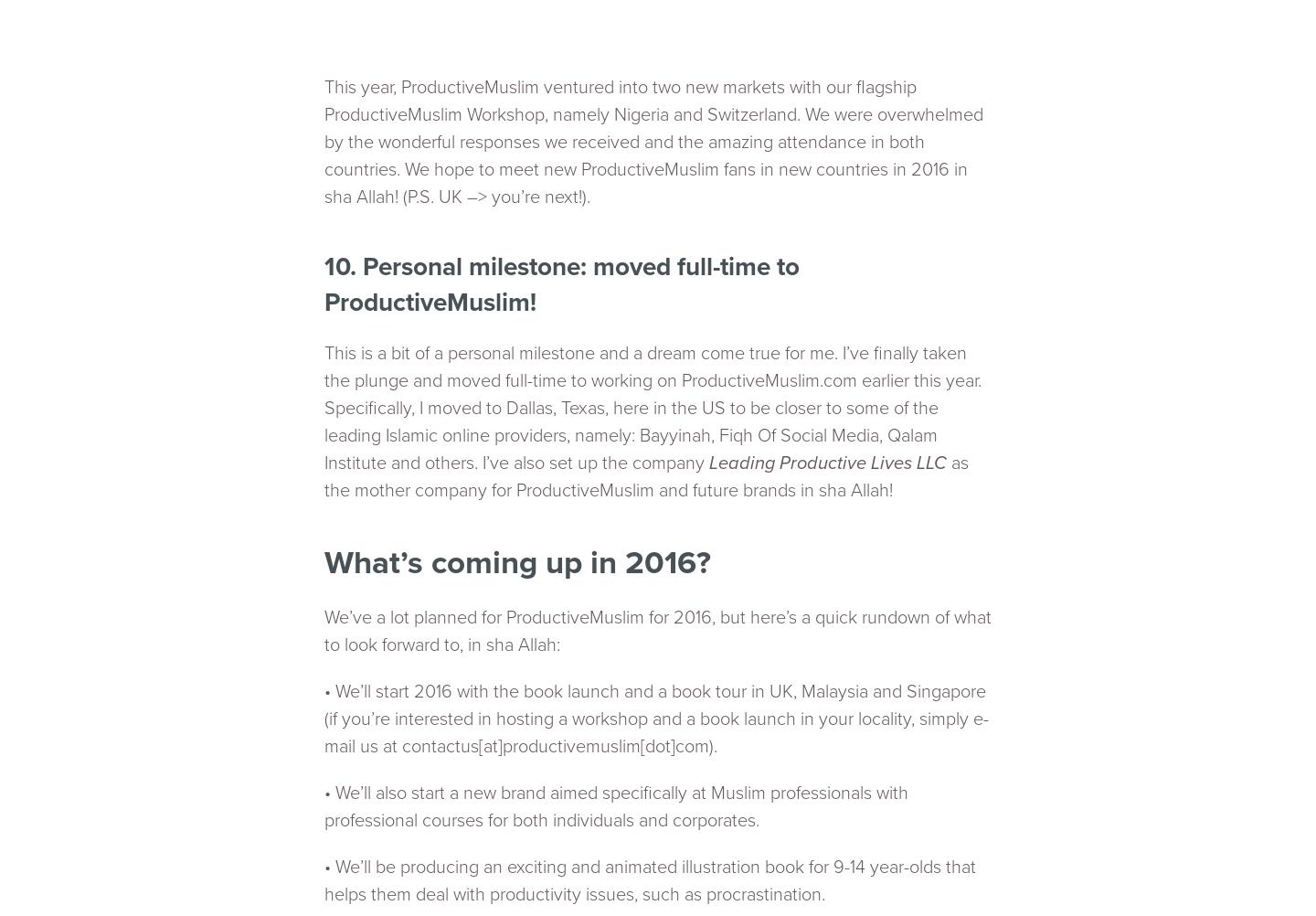 The height and width of the screenshot is (916, 1316). What do you see at coordinates (517, 562) in the screenshot?
I see `'What’s coming up in 2016?'` at bounding box center [517, 562].